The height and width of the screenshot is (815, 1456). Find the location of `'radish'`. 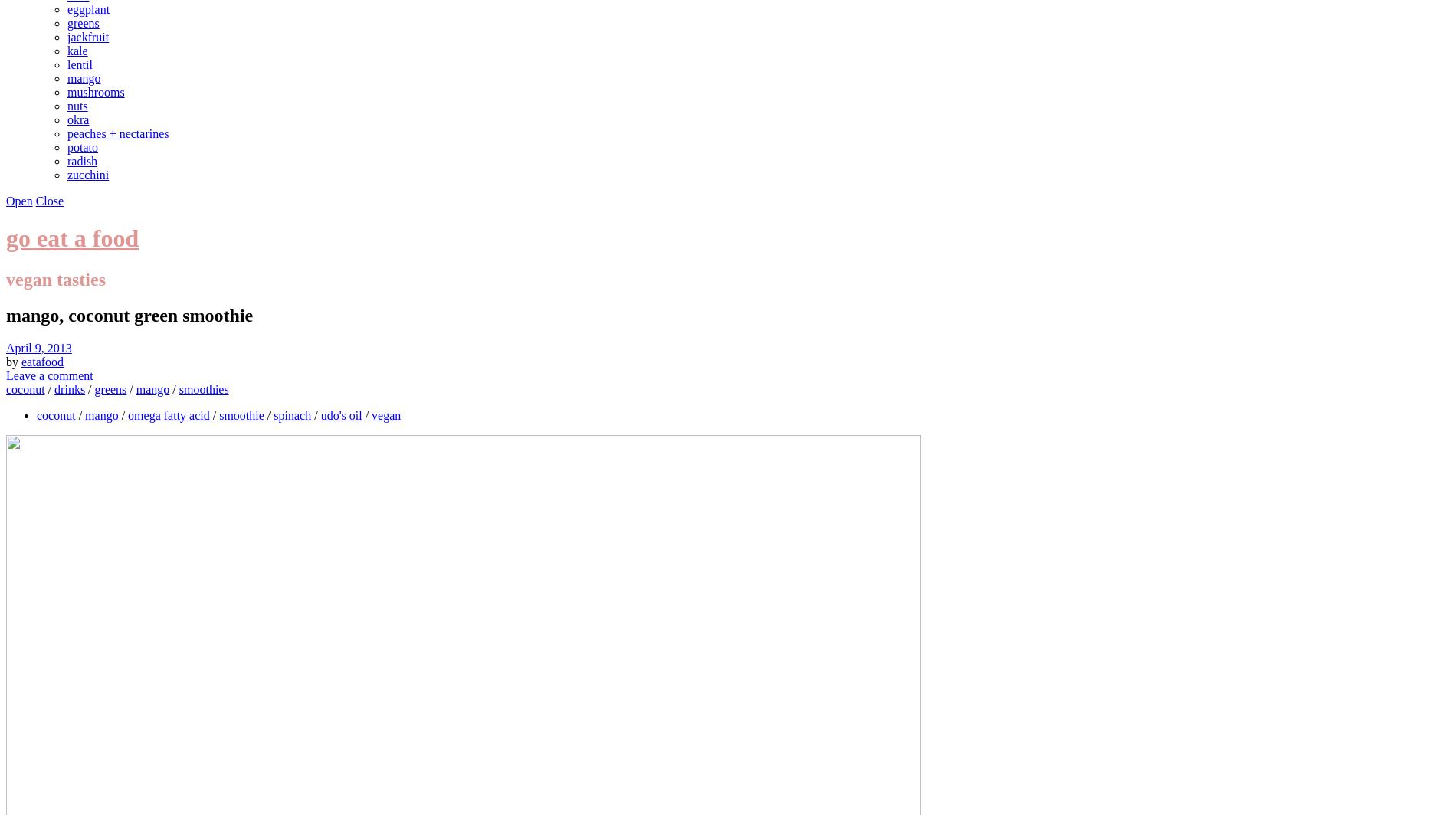

'radish' is located at coordinates (82, 161).